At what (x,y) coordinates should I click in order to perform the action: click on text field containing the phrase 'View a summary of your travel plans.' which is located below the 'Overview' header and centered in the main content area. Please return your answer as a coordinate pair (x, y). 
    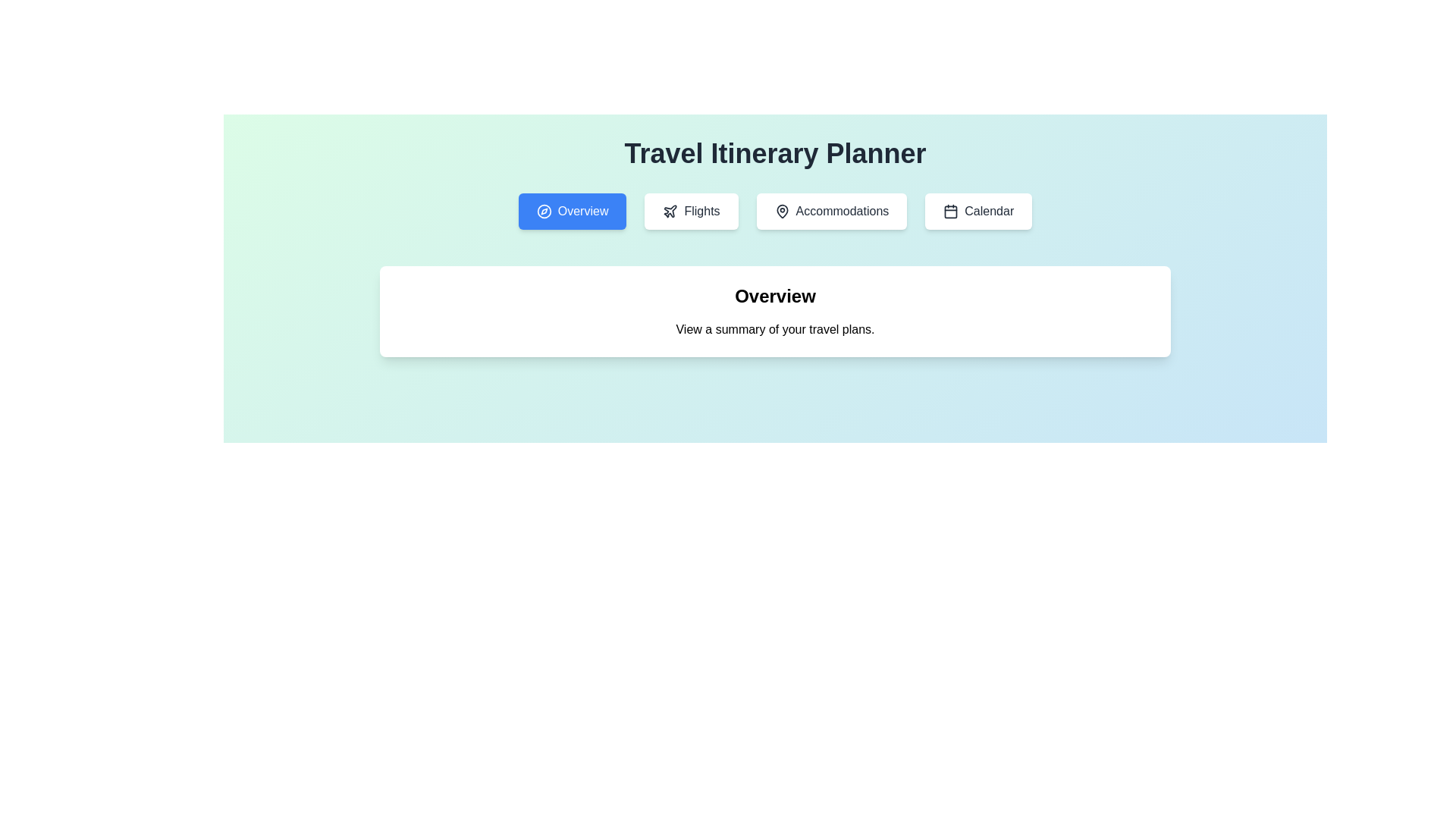
    Looking at the image, I should click on (775, 329).